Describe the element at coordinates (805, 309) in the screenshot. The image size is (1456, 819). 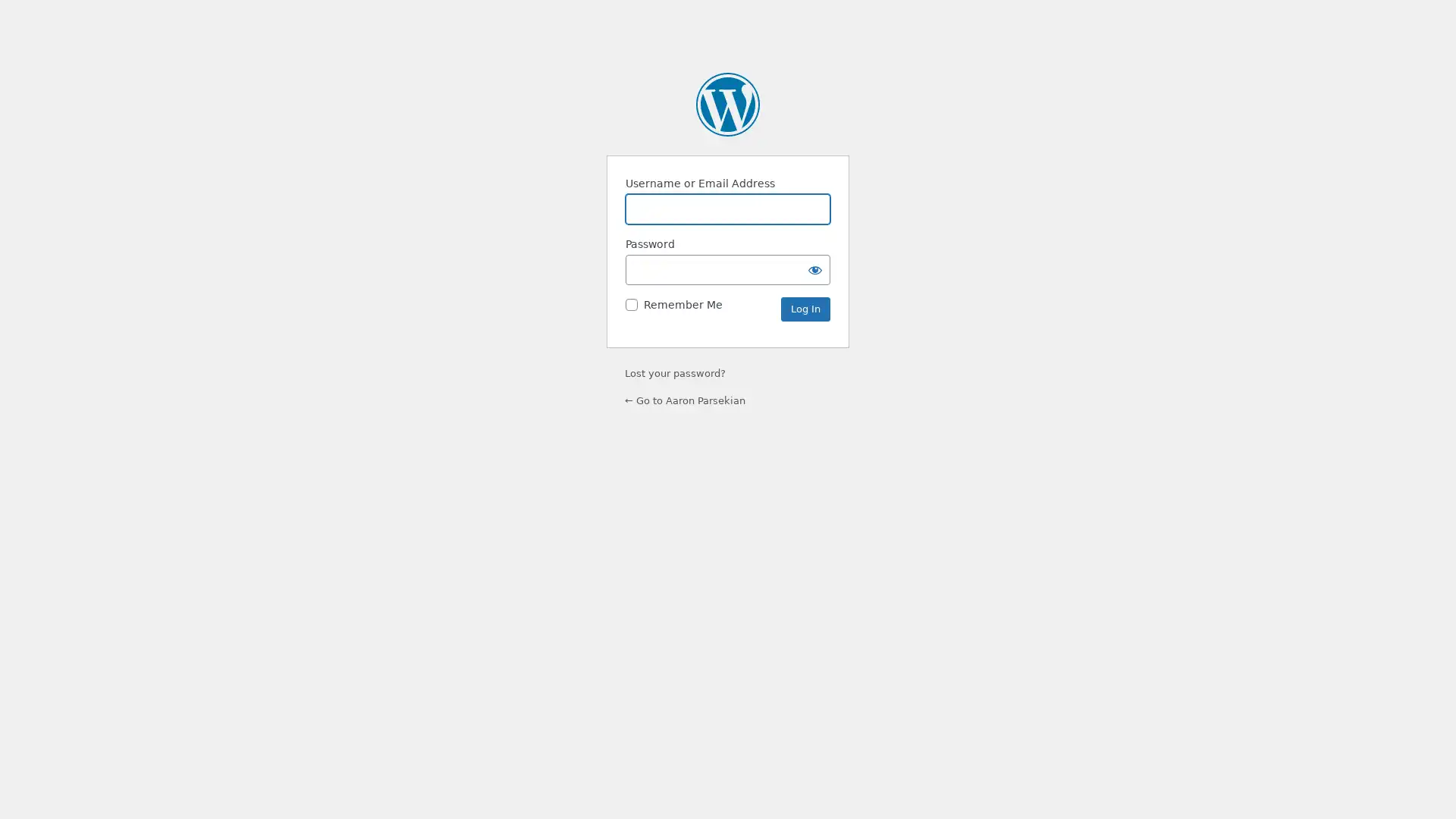
I see `Log In` at that location.